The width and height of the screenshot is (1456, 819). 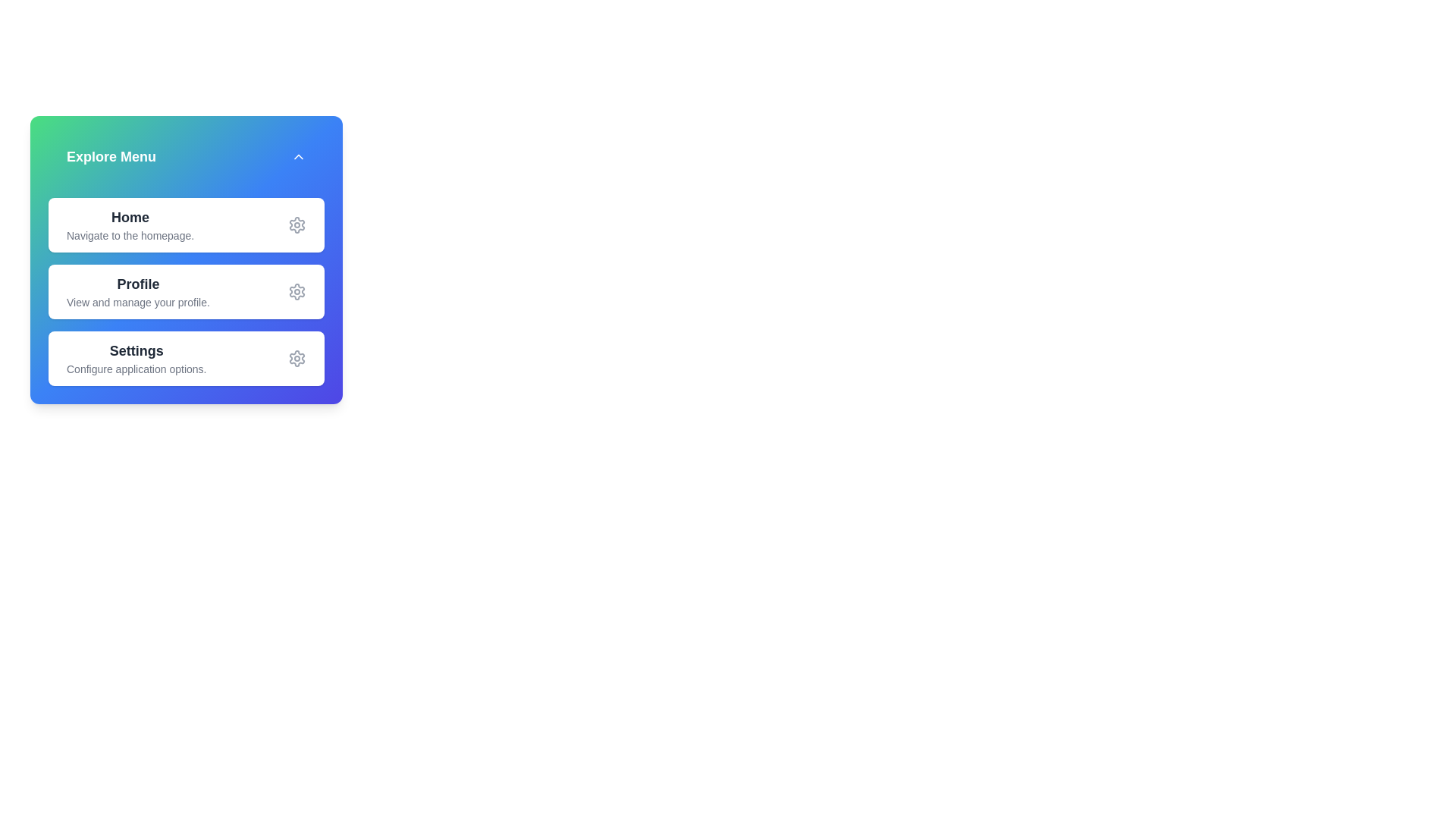 I want to click on the description of the menu item Home, so click(x=130, y=225).